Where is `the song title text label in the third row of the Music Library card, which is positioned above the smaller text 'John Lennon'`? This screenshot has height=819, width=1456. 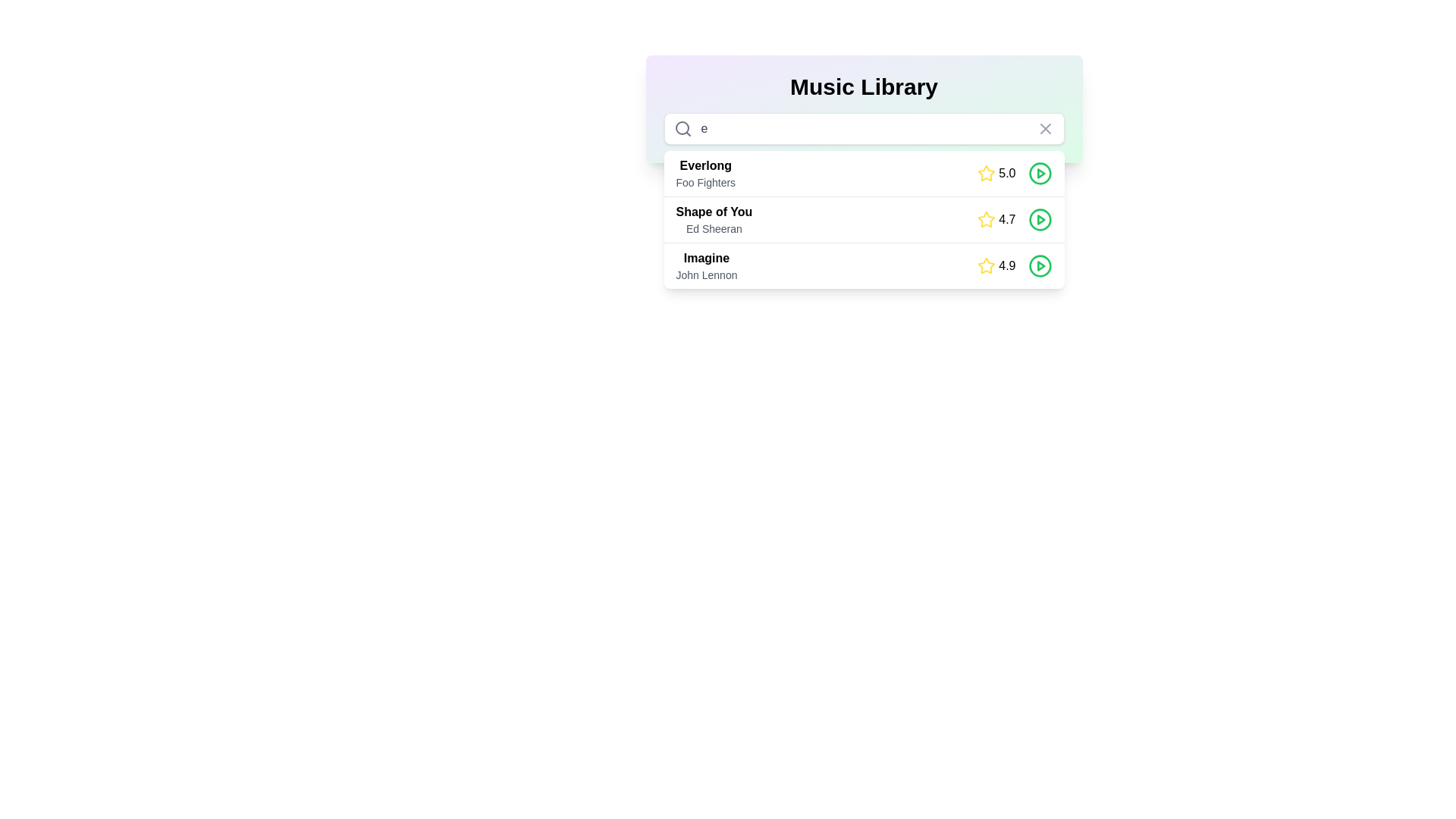
the song title text label in the third row of the Music Library card, which is positioned above the smaller text 'John Lennon' is located at coordinates (705, 257).